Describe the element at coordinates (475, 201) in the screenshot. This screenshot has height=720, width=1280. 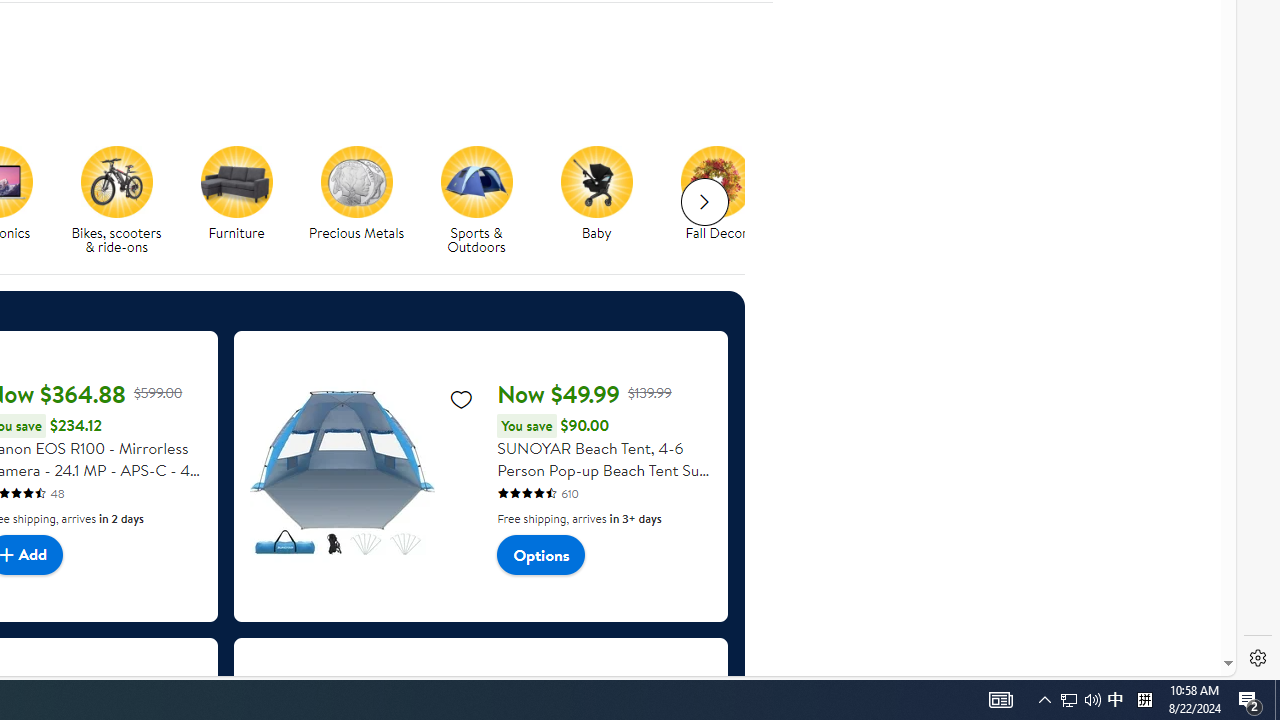
I see `'Sports & Outdoors Sports & Outdoors'` at that location.